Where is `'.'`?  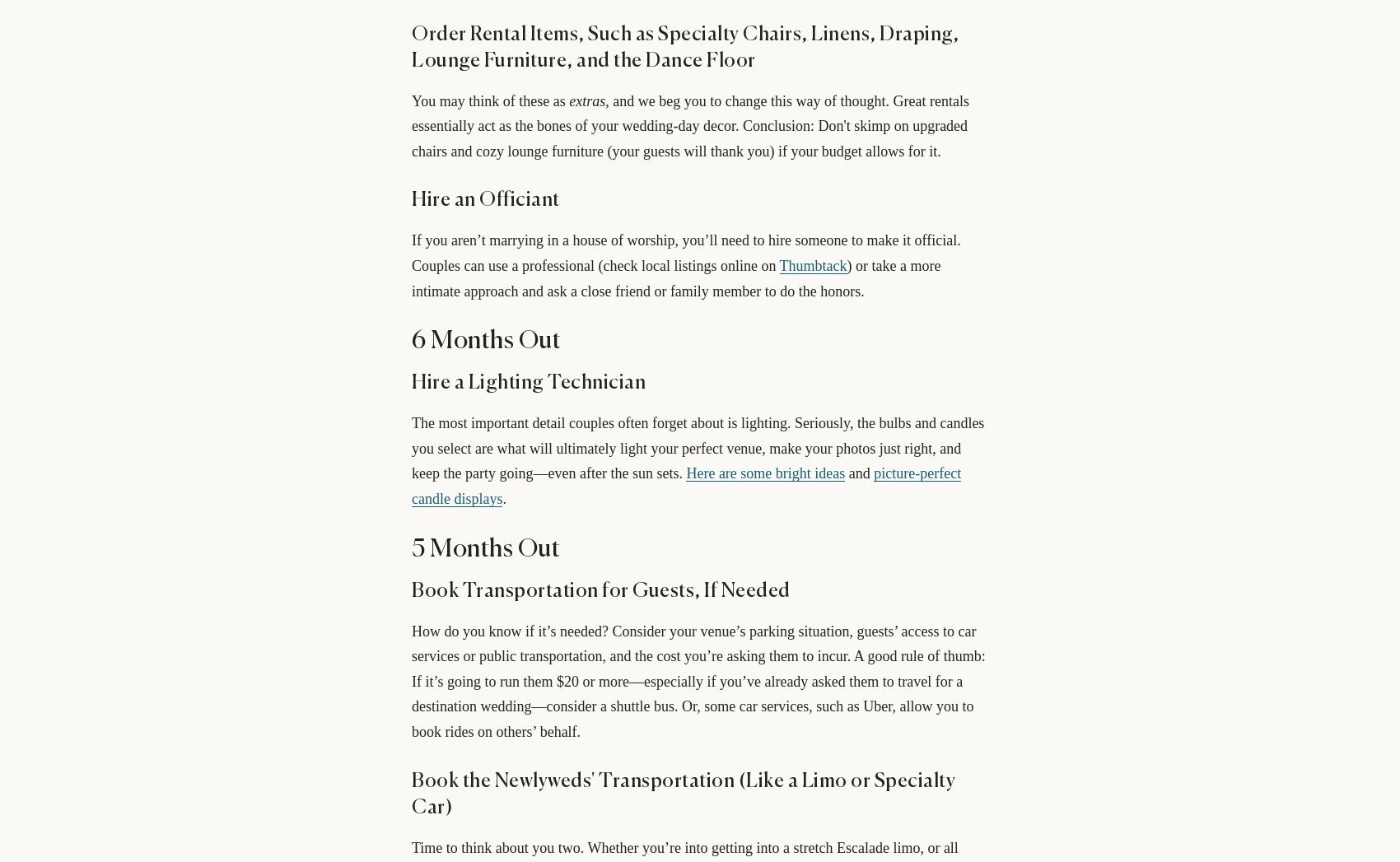 '.' is located at coordinates (501, 498).